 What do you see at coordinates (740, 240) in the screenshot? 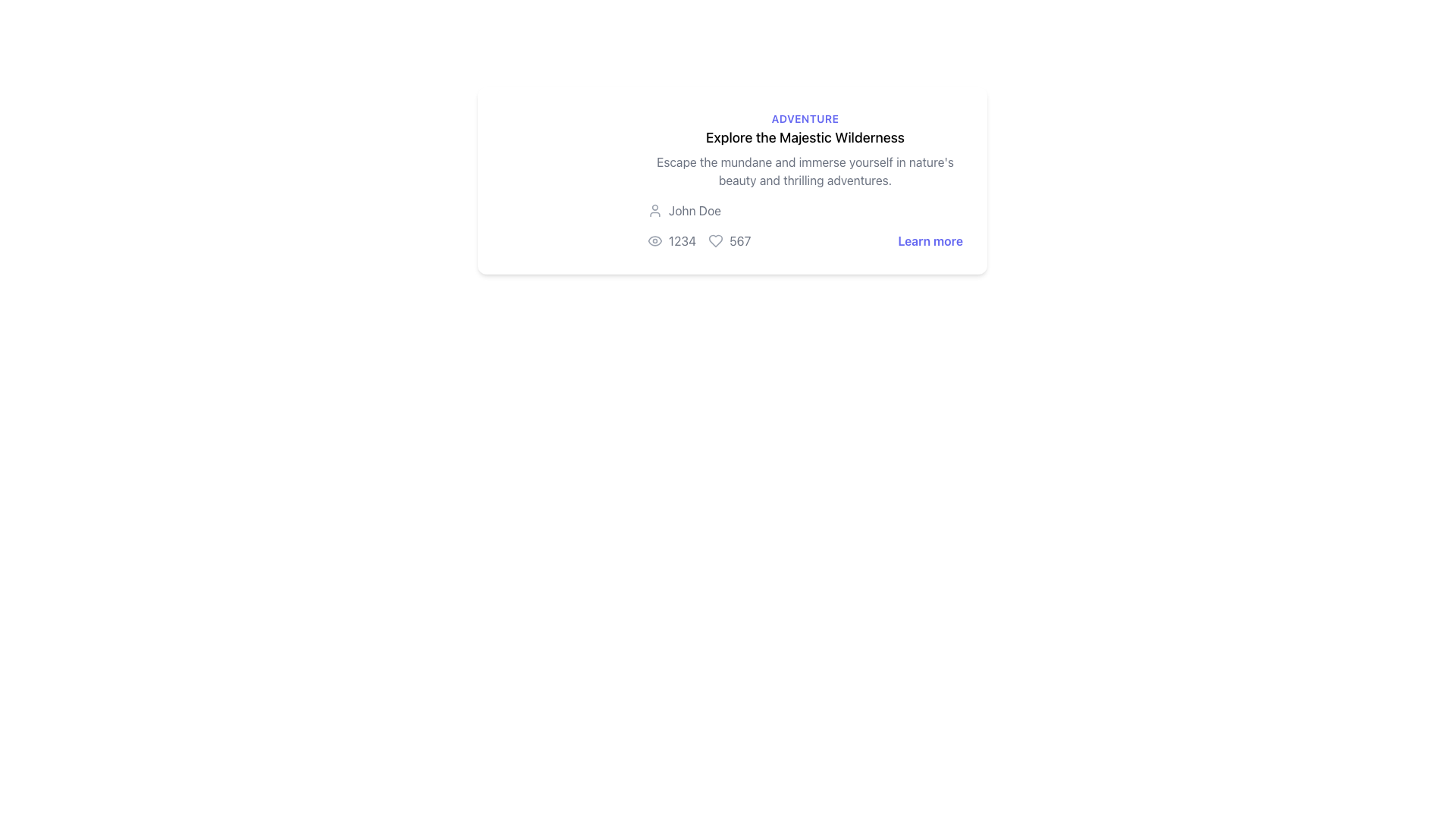
I see `the text label displaying the number '567' in gray font, which is located to the right of a heart icon and below an adventure story description` at bounding box center [740, 240].